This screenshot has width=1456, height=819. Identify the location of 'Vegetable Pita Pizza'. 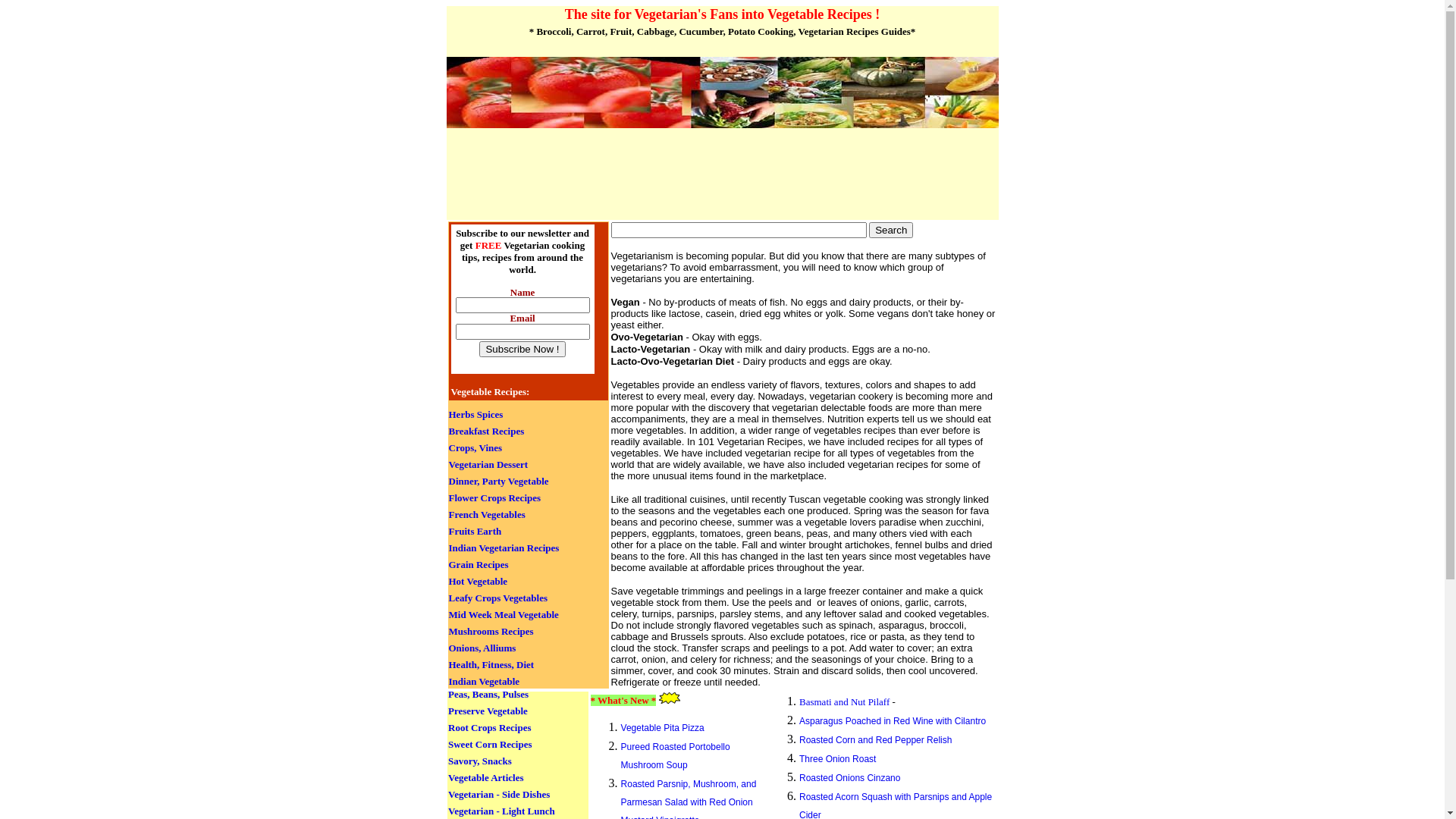
(662, 727).